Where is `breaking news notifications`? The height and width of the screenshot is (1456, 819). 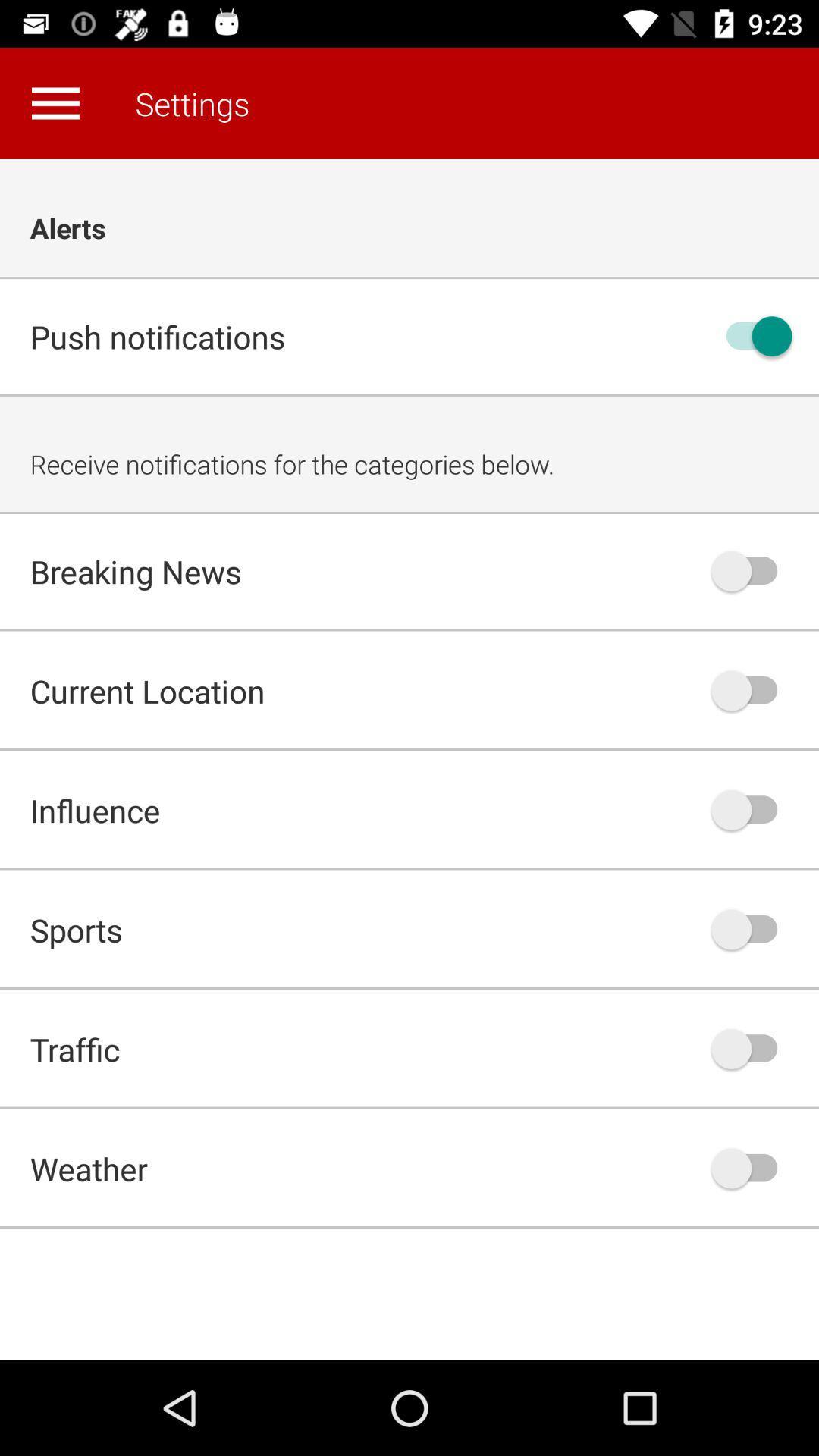 breaking news notifications is located at coordinates (752, 570).